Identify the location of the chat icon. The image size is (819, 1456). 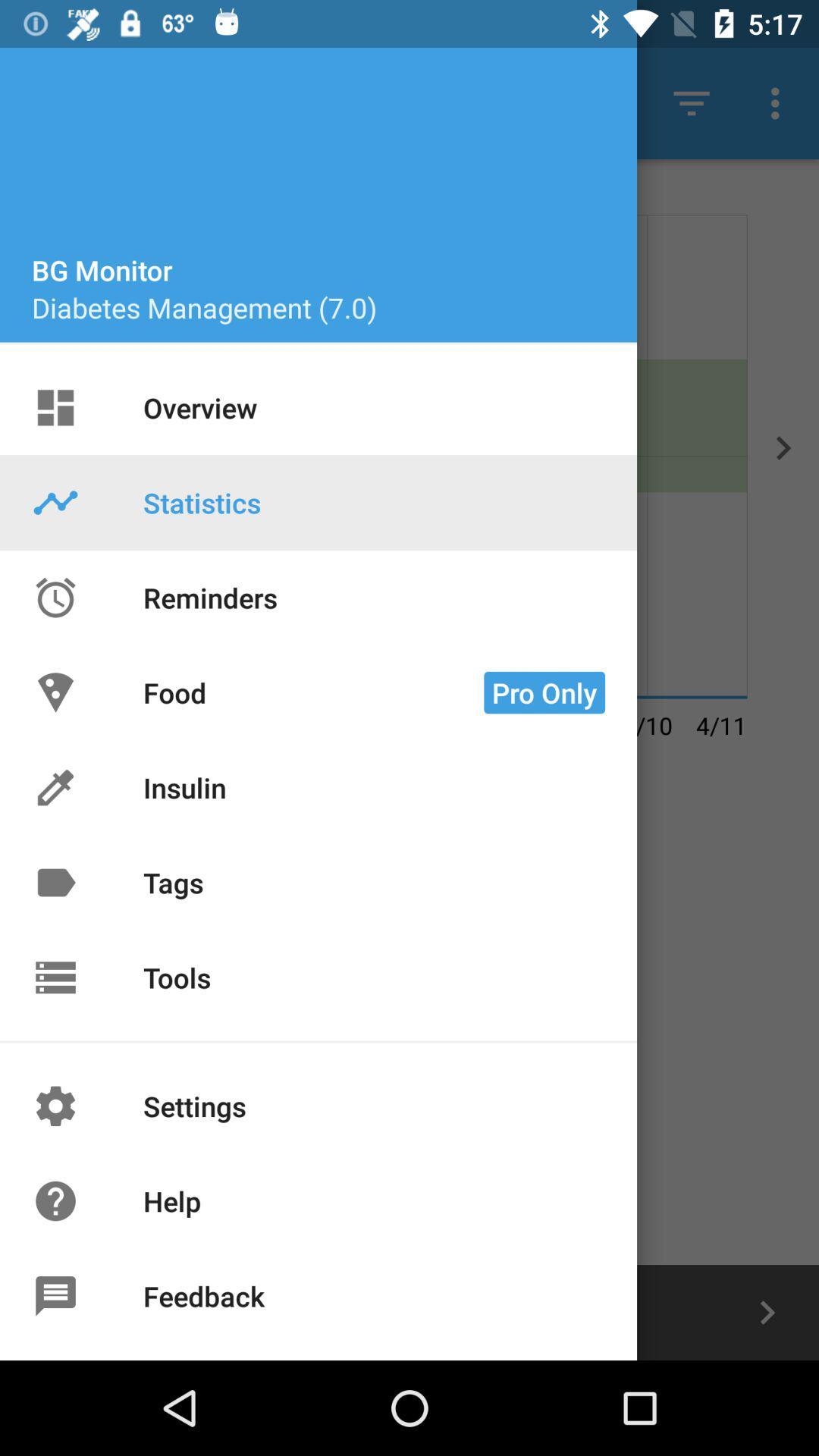
(51, 1312).